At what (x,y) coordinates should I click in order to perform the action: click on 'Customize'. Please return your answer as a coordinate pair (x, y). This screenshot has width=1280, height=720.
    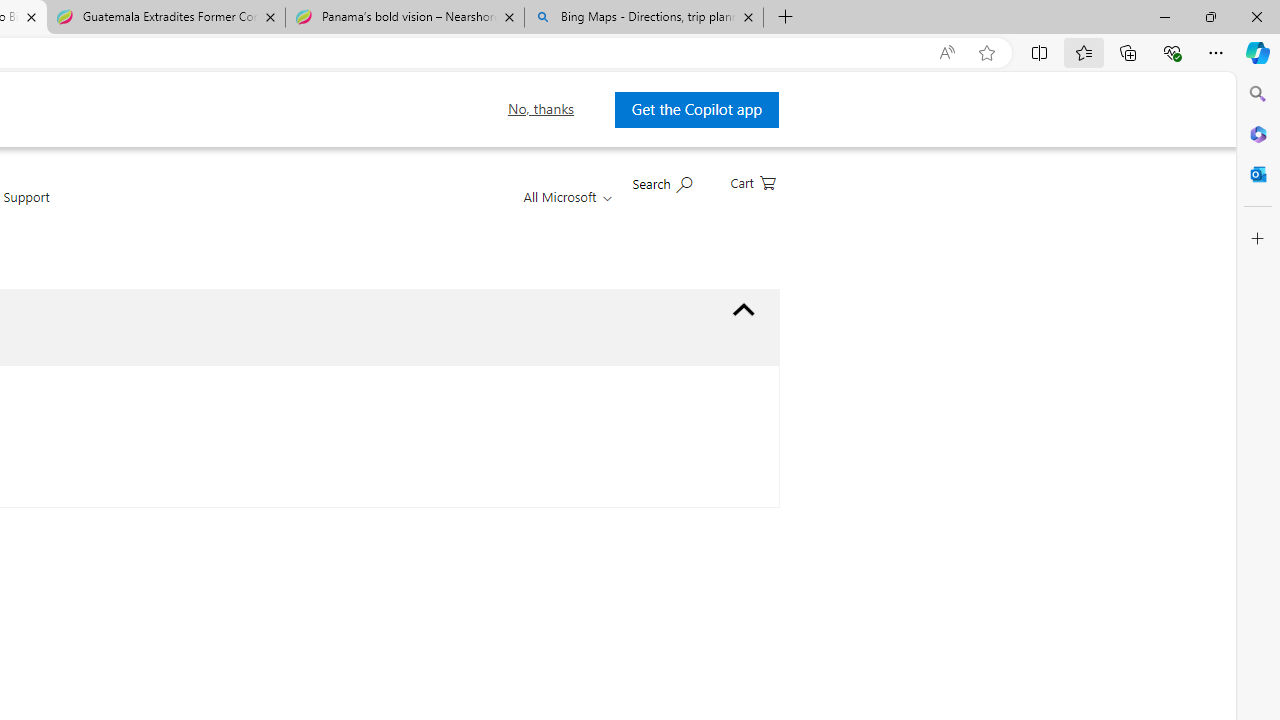
    Looking at the image, I should click on (1257, 238).